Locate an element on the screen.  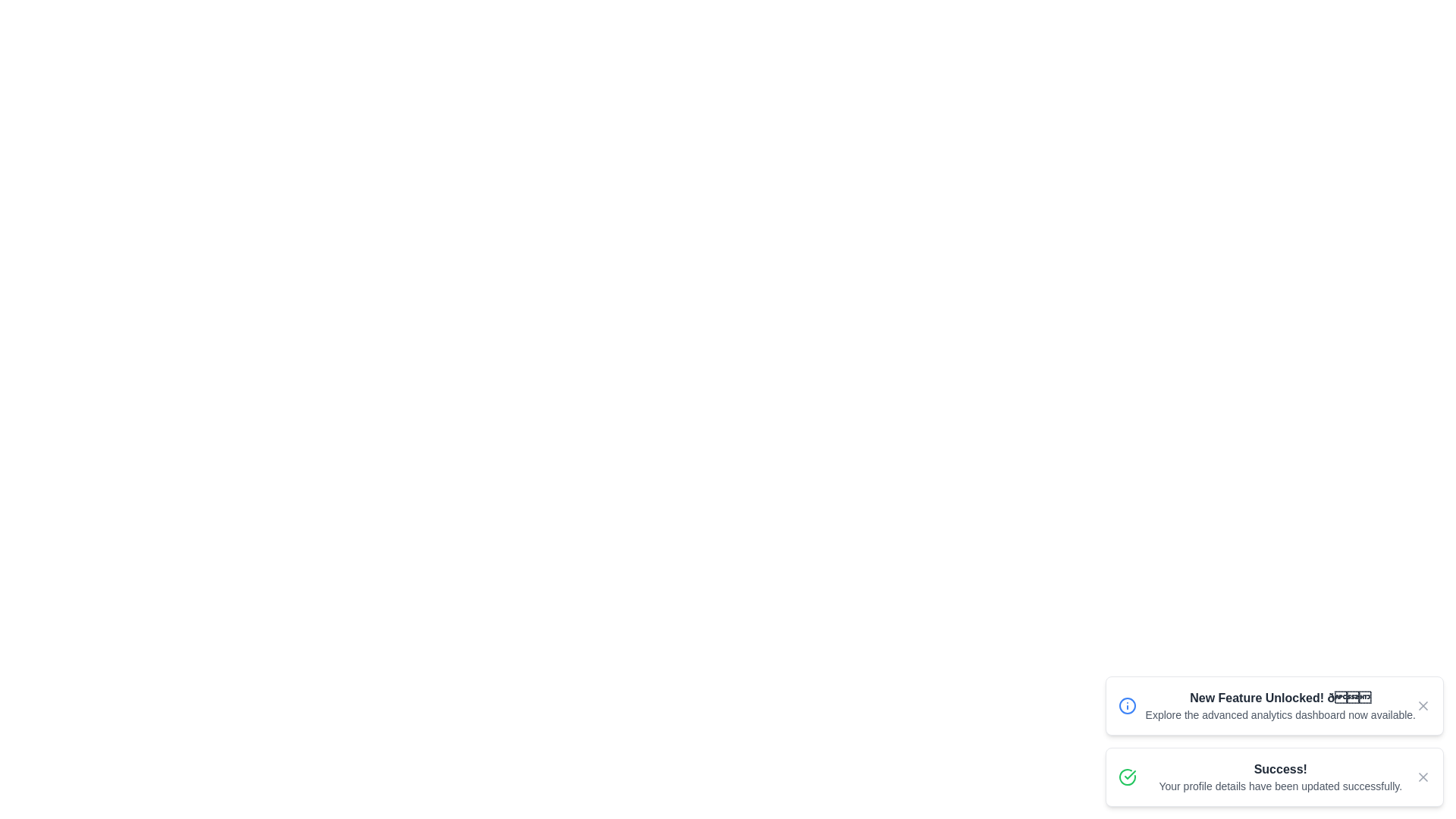
the first notification to focus on its content is located at coordinates (1274, 705).